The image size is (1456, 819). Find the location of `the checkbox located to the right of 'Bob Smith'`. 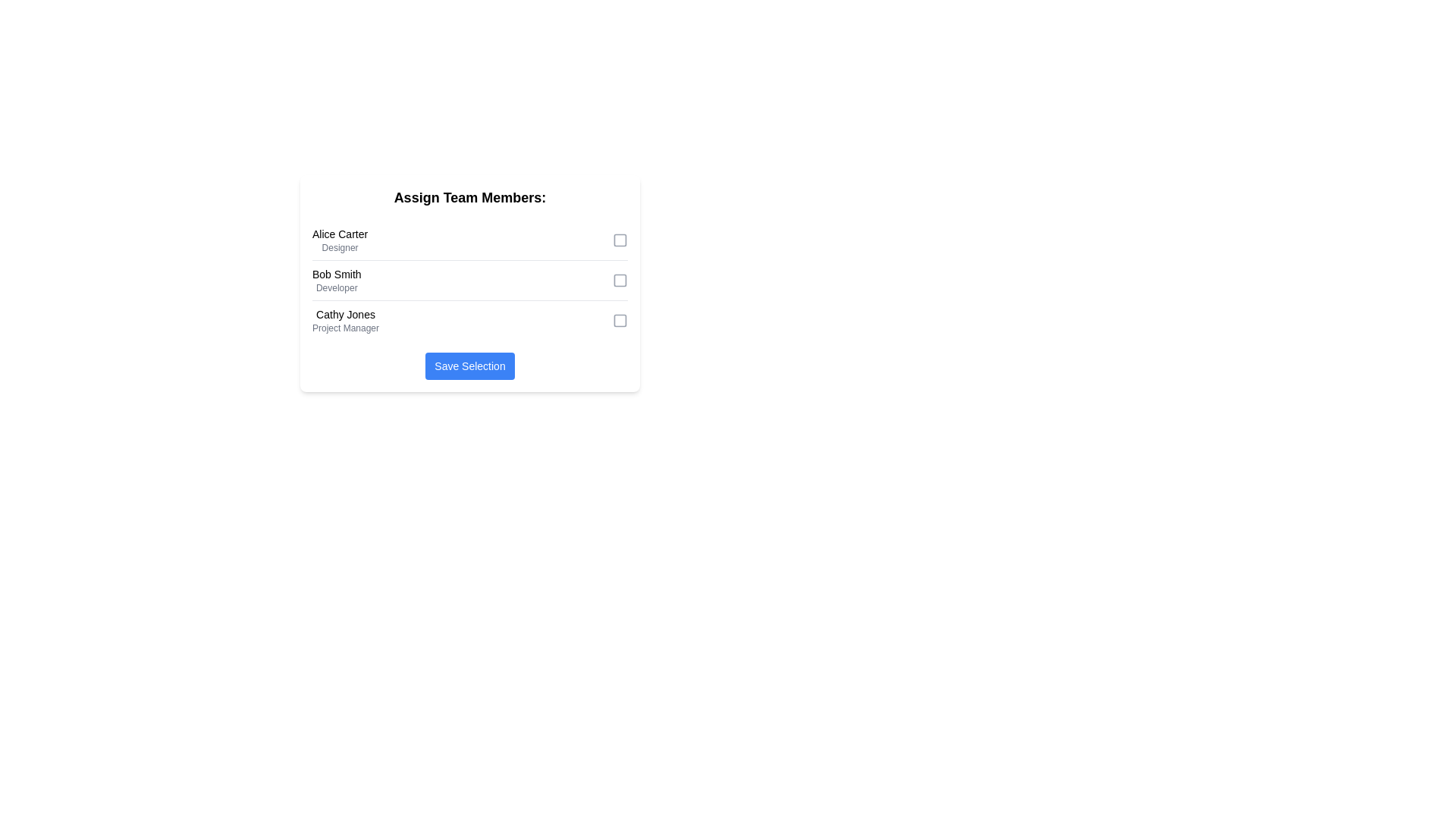

the checkbox located to the right of 'Bob Smith' is located at coordinates (620, 281).